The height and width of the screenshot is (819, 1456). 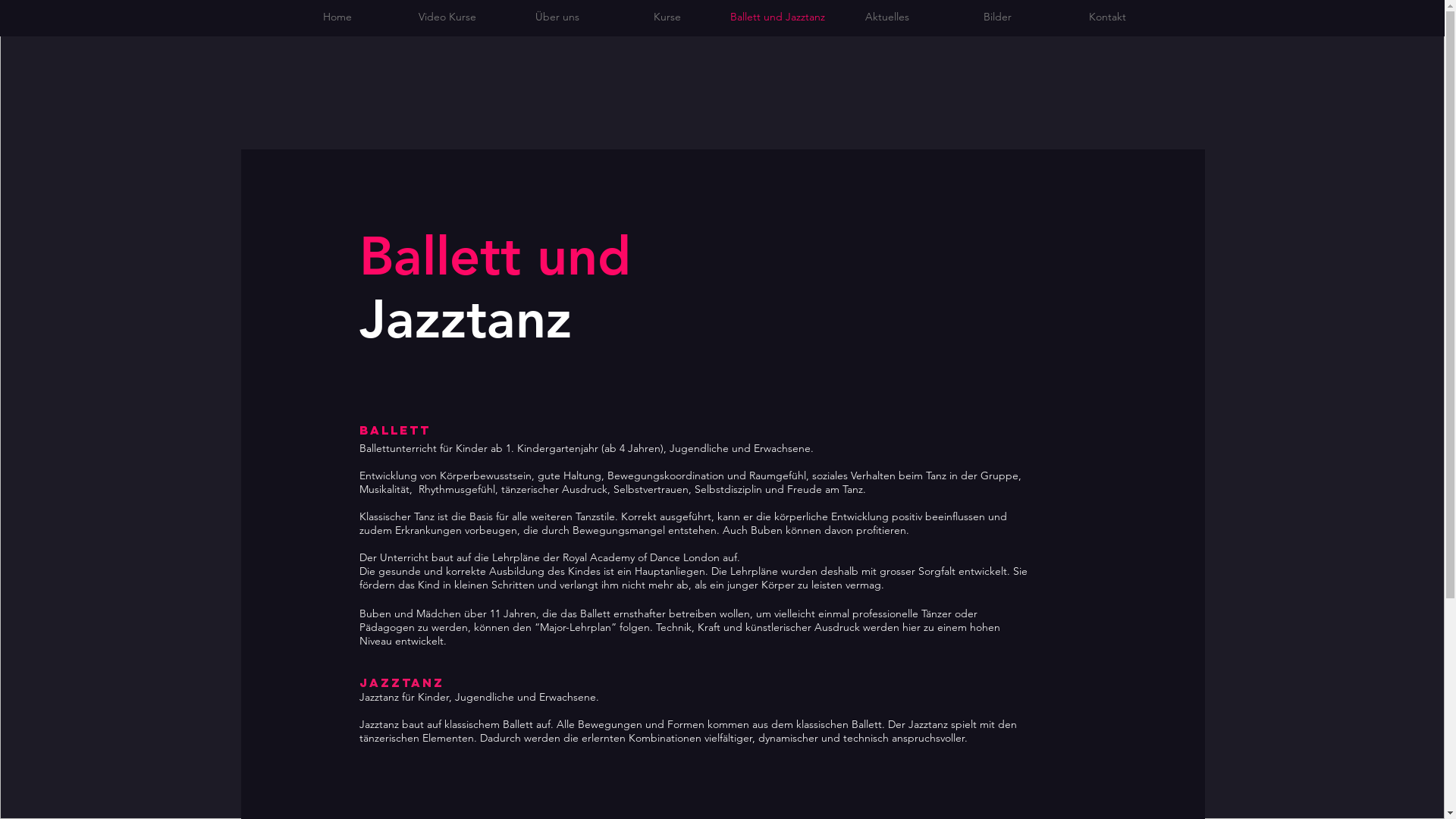 What do you see at coordinates (1107, 17) in the screenshot?
I see `'Kontakt'` at bounding box center [1107, 17].